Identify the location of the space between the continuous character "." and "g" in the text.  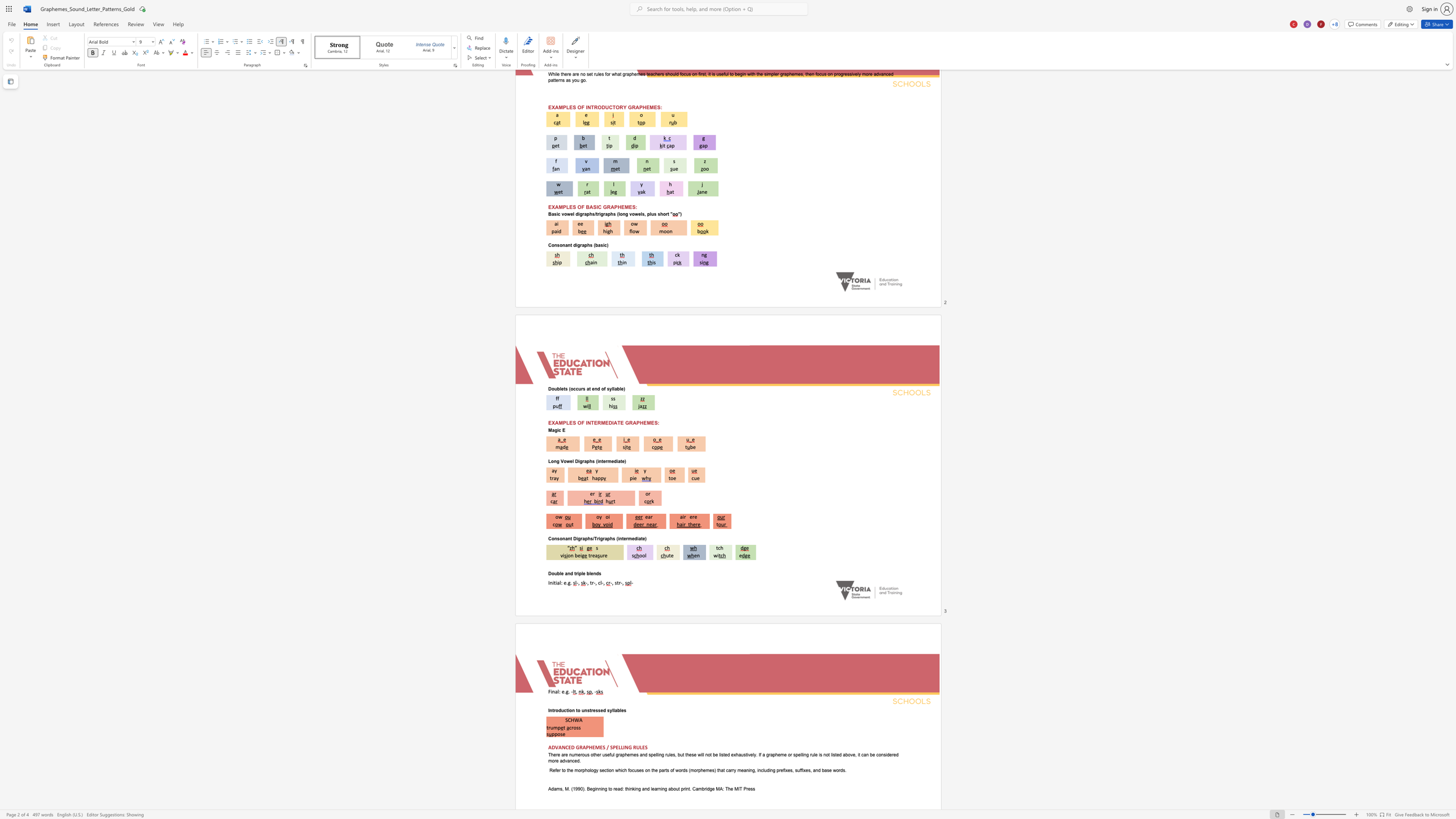
(566, 691).